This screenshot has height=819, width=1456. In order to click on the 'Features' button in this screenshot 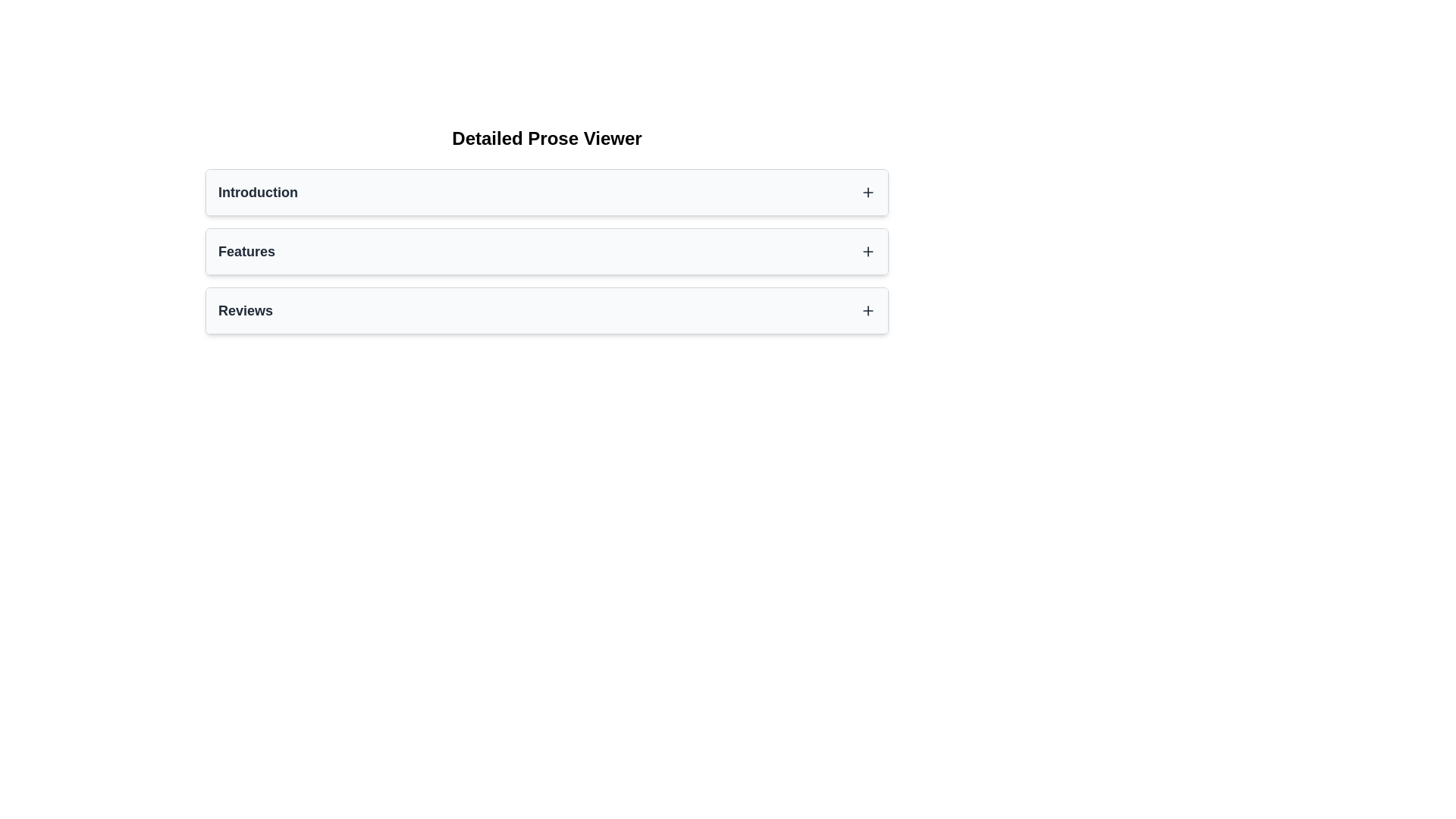, I will do `click(546, 250)`.